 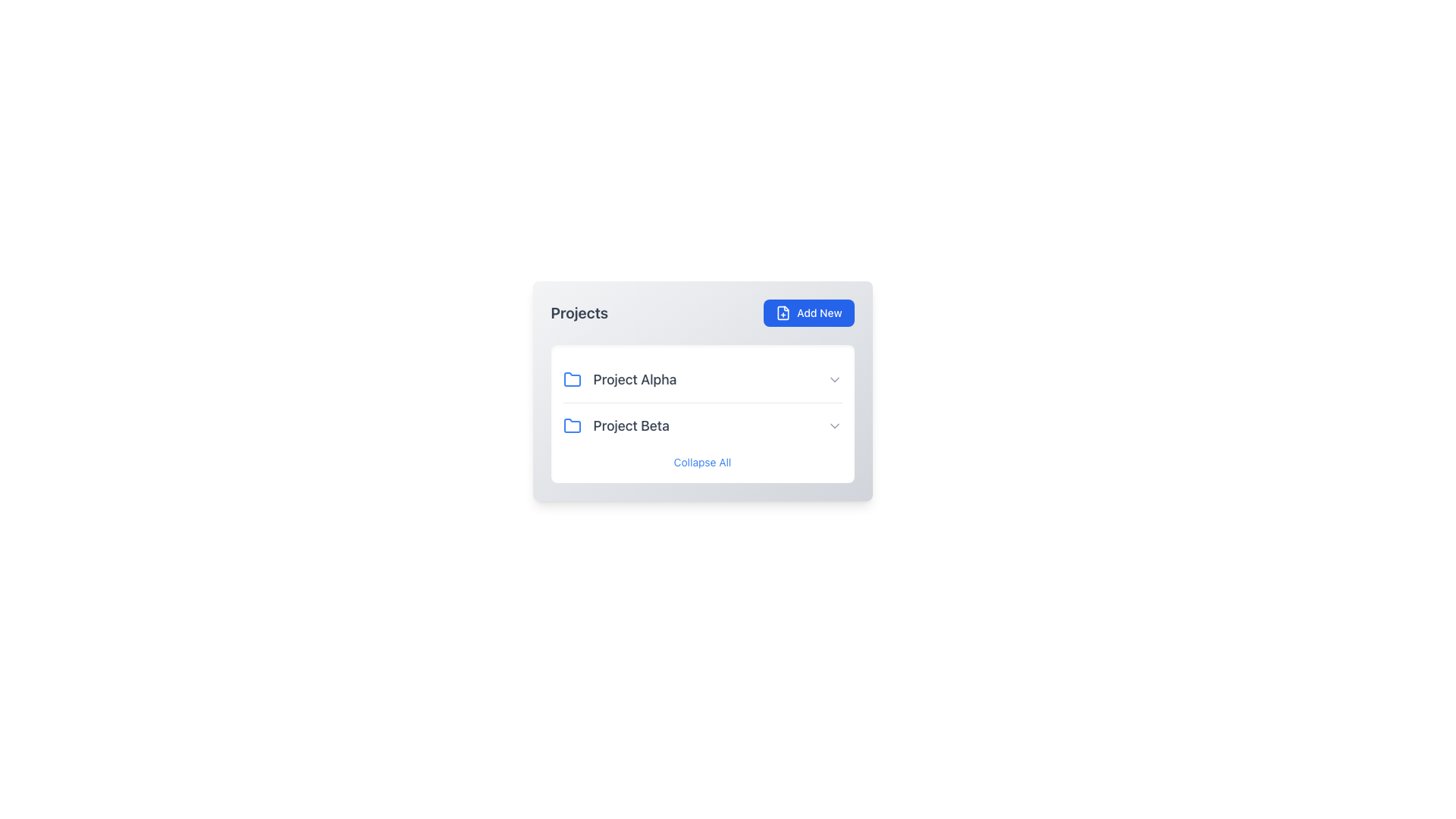 I want to click on the 'Add New' button located at the top-right corner of the 'Projects' section, so click(x=808, y=312).